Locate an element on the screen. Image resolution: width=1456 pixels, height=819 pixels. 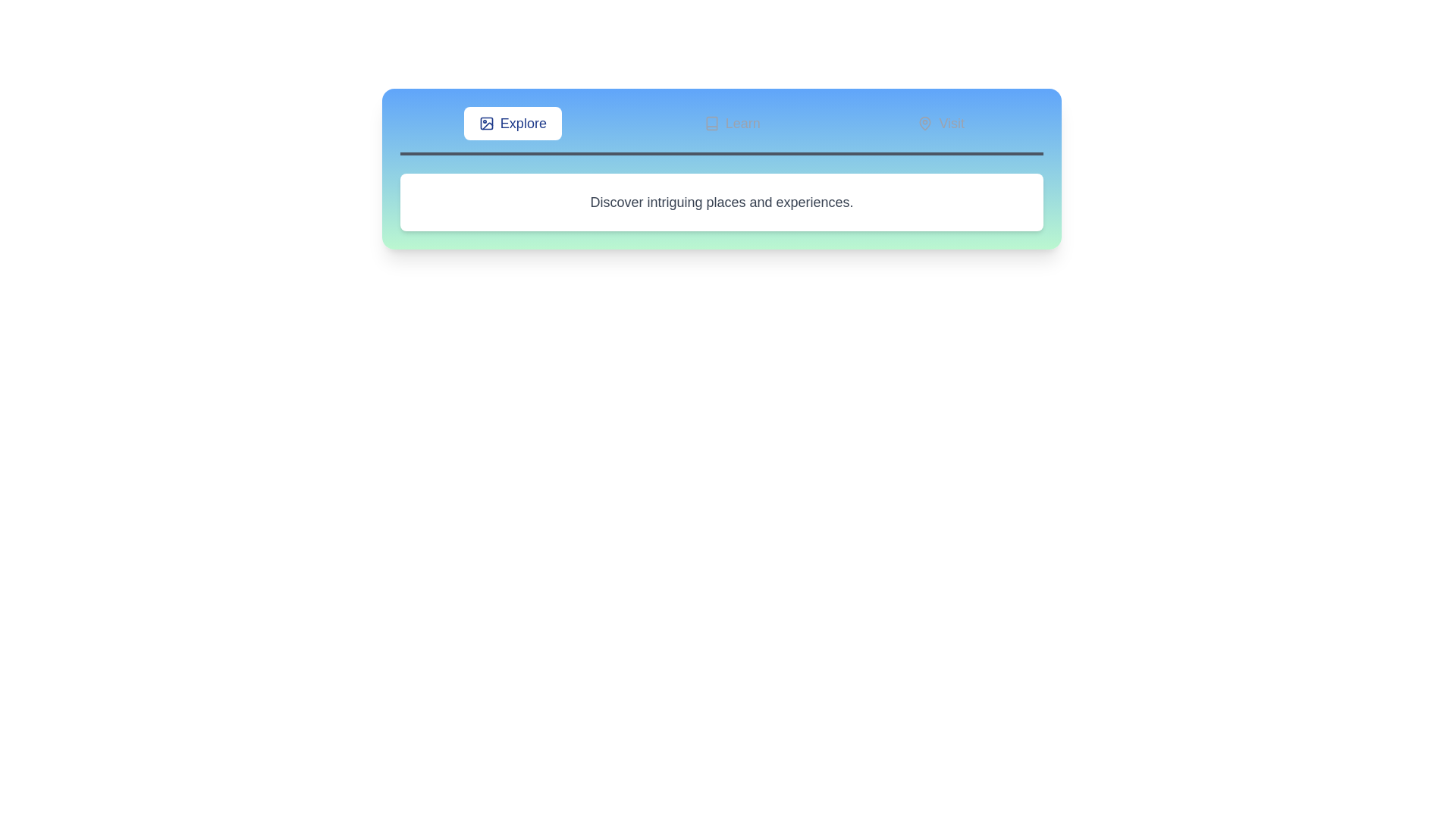
the 'Learn' button, which is the second item in the menu bar is located at coordinates (732, 122).